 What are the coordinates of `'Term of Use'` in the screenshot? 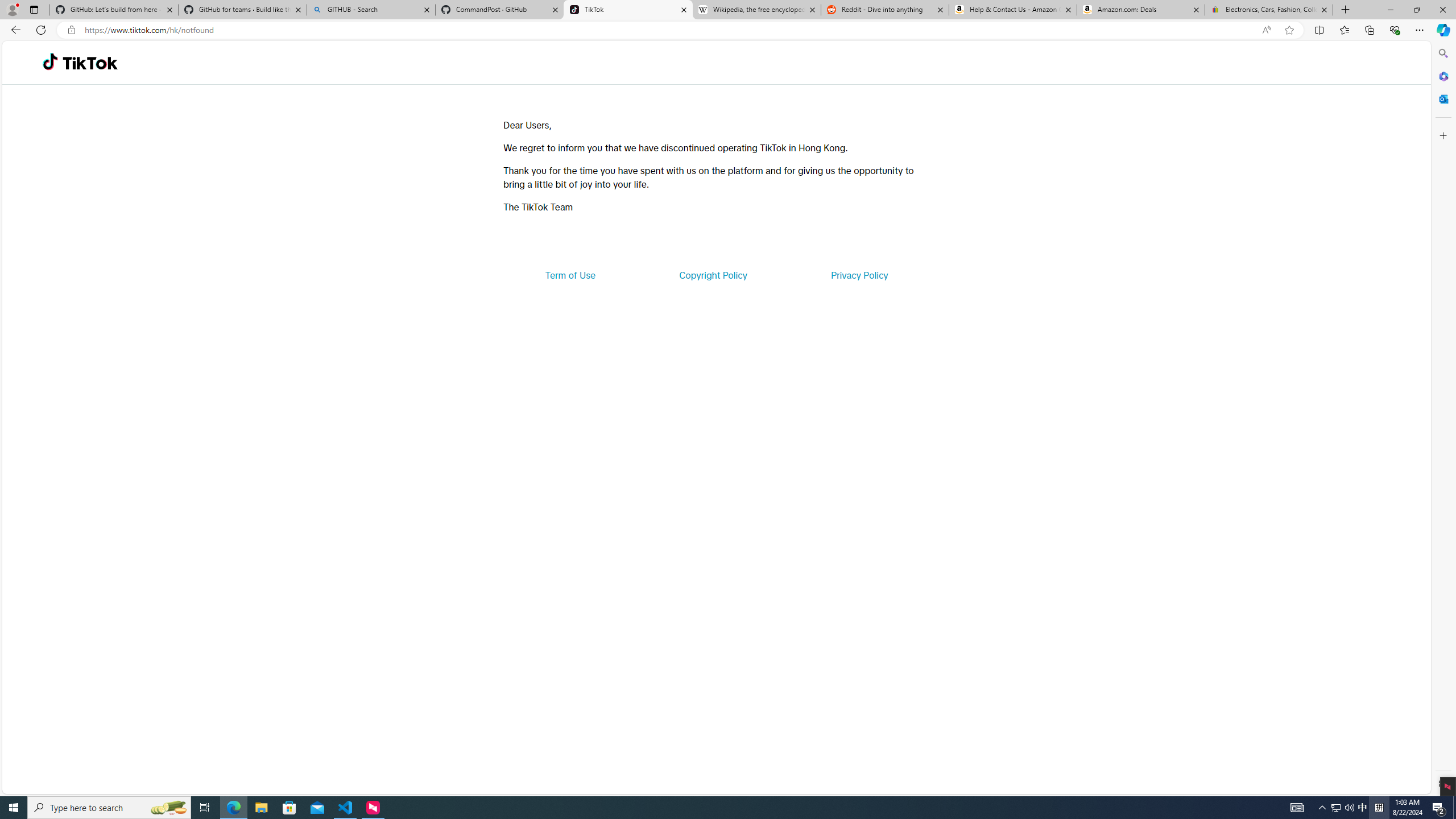 It's located at (570, 274).